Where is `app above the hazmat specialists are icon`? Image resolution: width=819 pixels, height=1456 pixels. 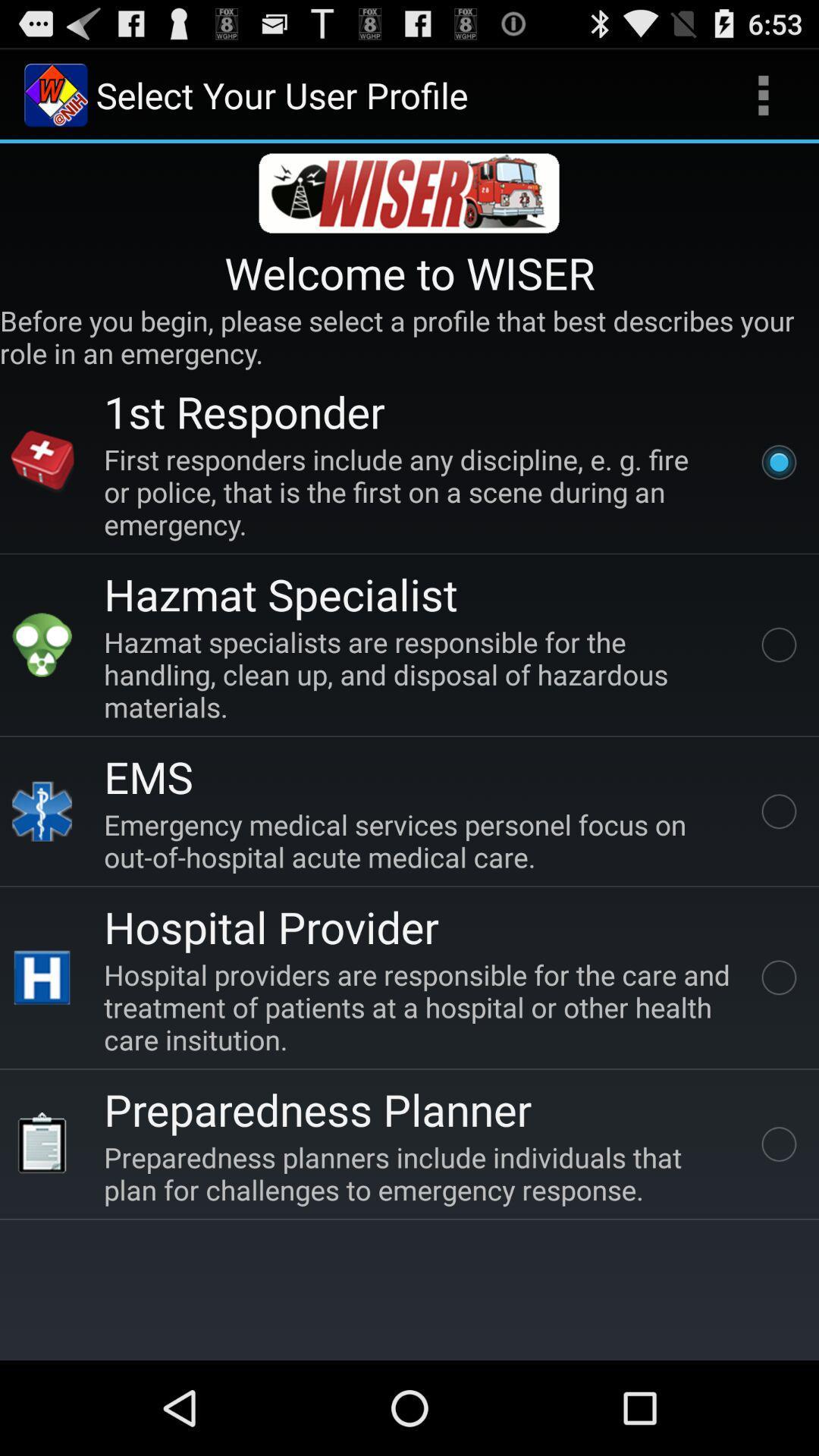
app above the hazmat specialists are icon is located at coordinates (281, 593).